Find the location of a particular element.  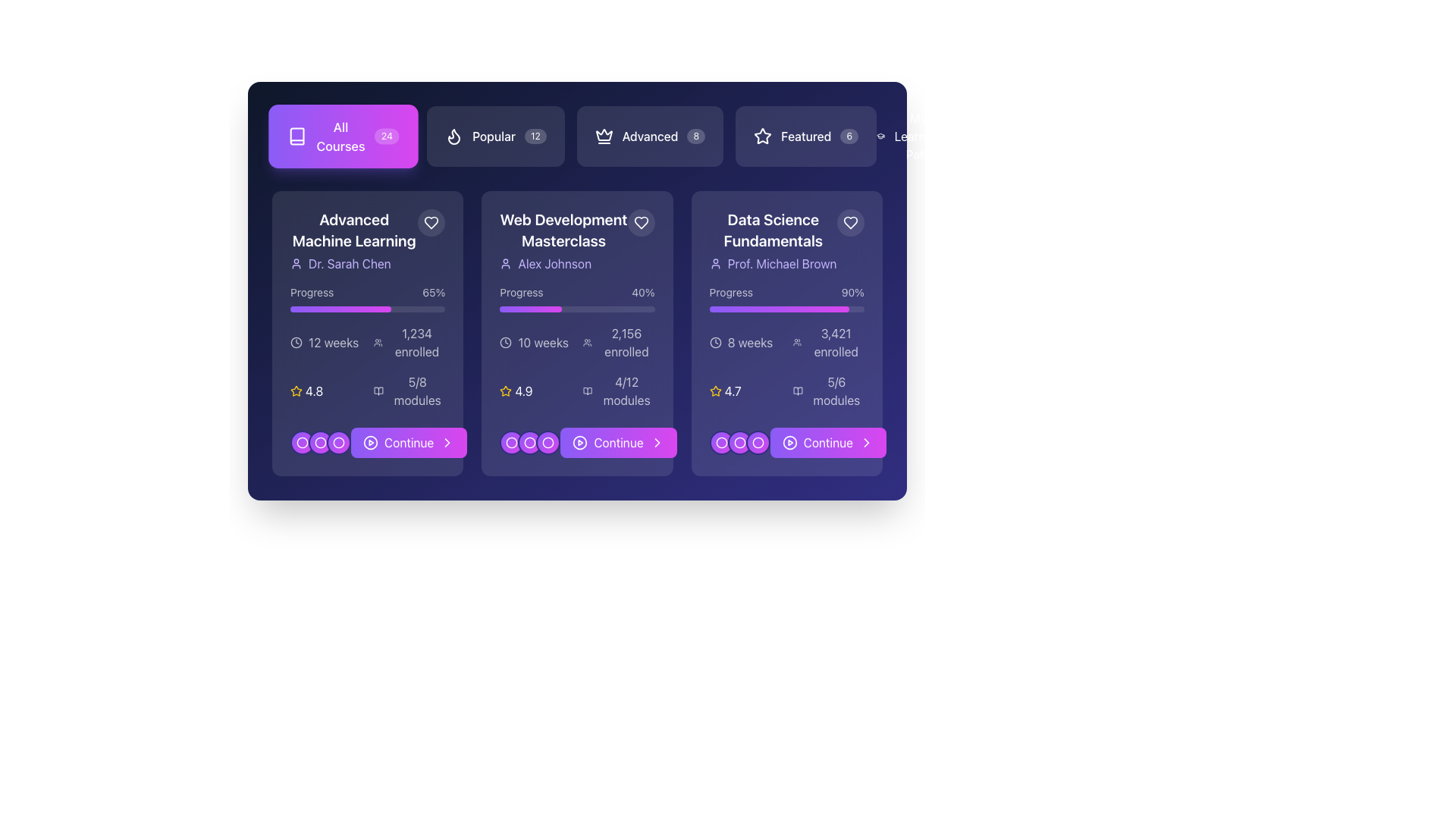

the star icon representing the rating score '4.7' for the 'Data Science Fundamentals' course located at the bottom section of the course card is located at coordinates (714, 391).